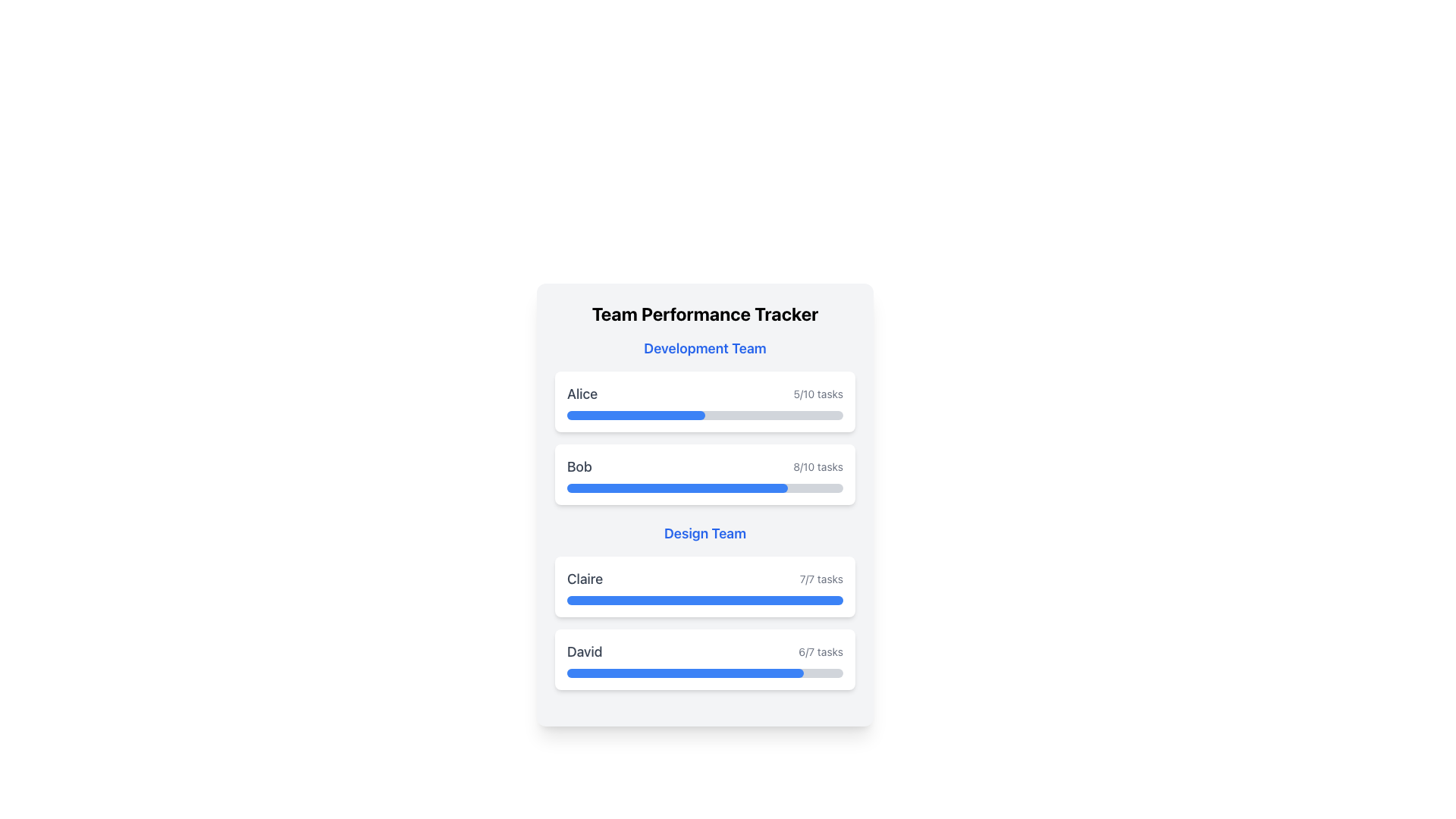 The image size is (1456, 819). What do you see at coordinates (817, 466) in the screenshot?
I see `the text label indicating Bob's task completion status (8 out of 10 tasks completed) located in the second row of the 'Development Team' group, aligned to the right of Bob's name` at bounding box center [817, 466].